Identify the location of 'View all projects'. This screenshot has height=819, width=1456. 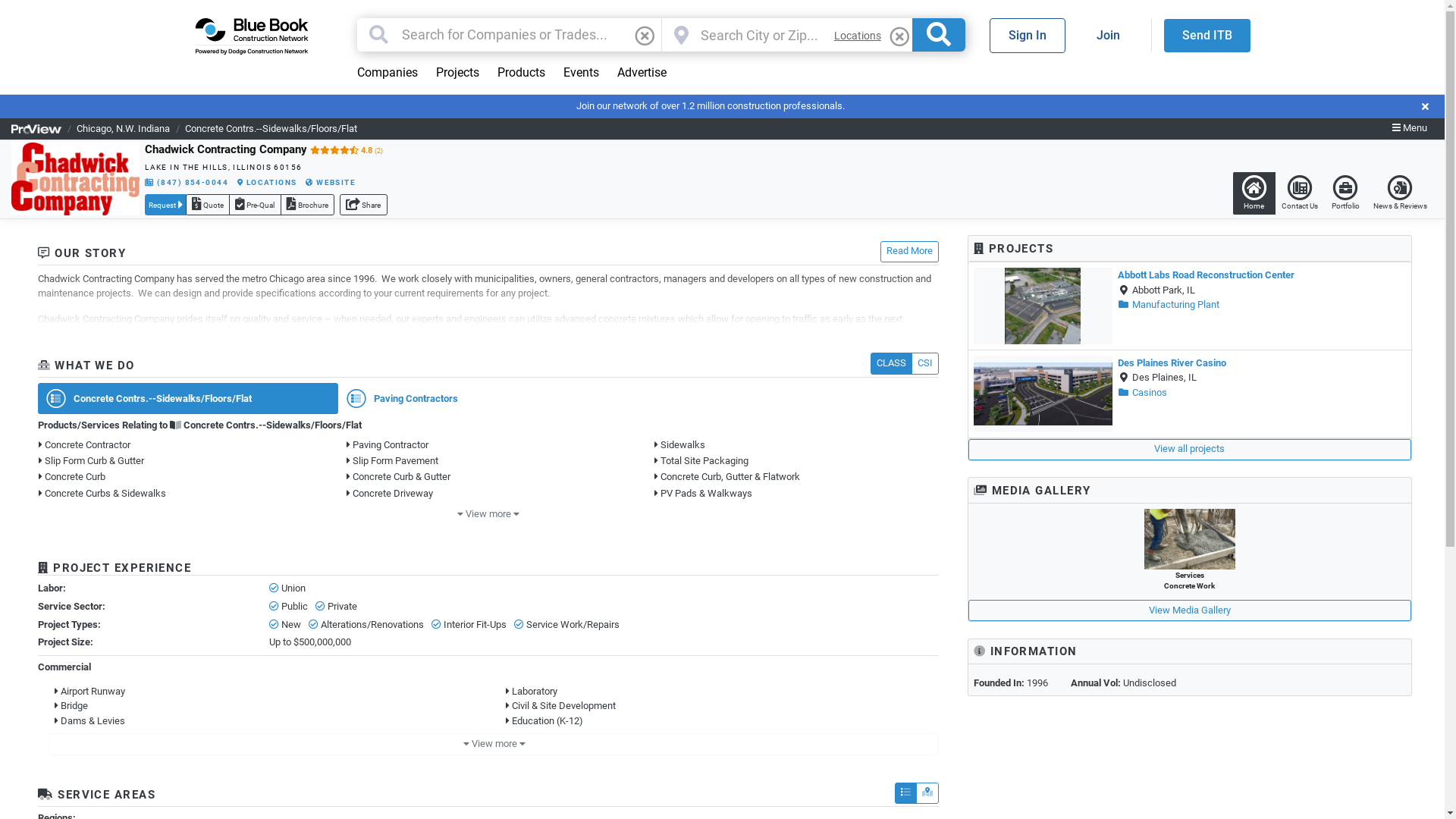
(1189, 449).